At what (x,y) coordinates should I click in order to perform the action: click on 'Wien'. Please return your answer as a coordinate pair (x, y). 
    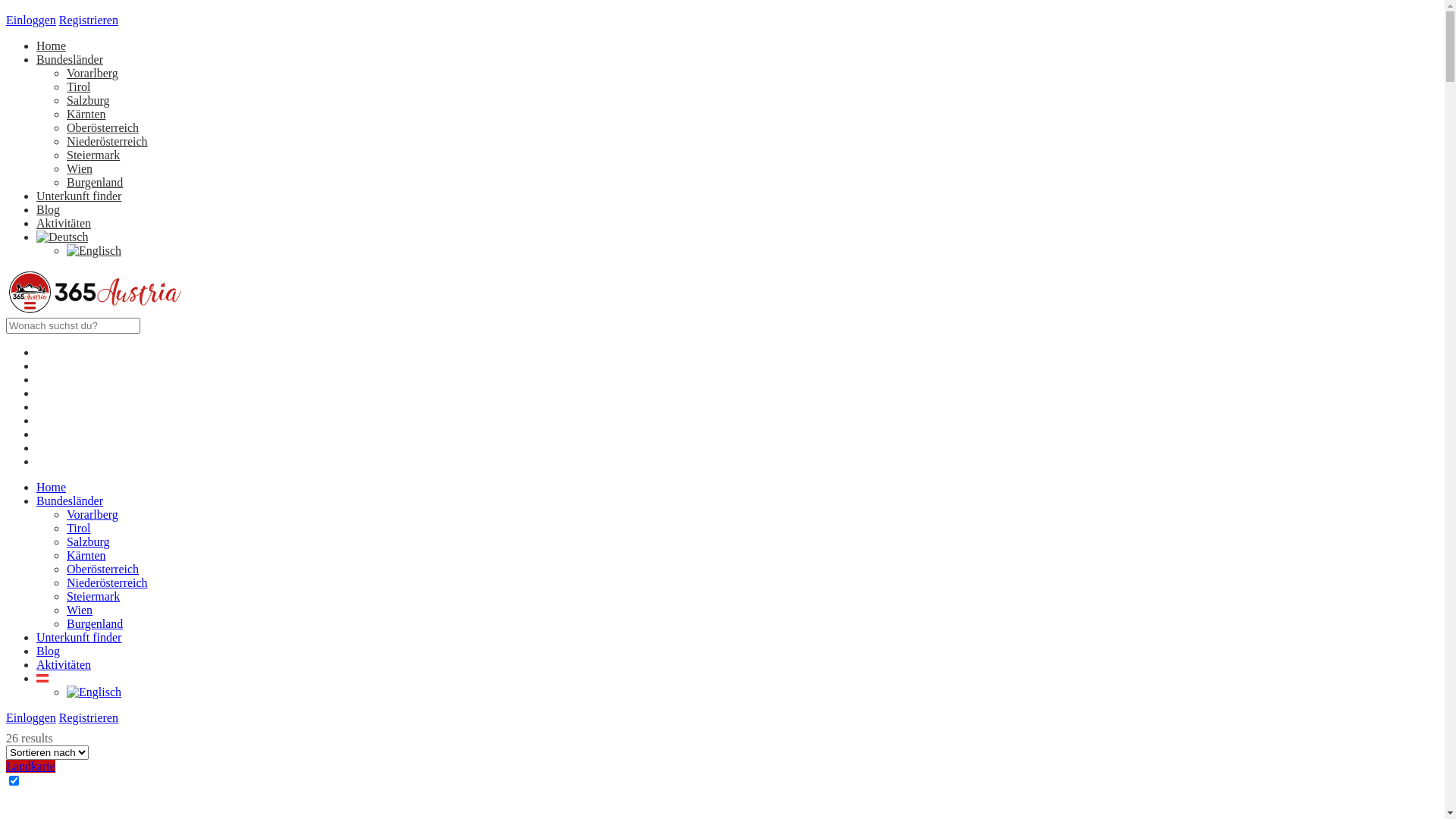
    Looking at the image, I should click on (79, 576).